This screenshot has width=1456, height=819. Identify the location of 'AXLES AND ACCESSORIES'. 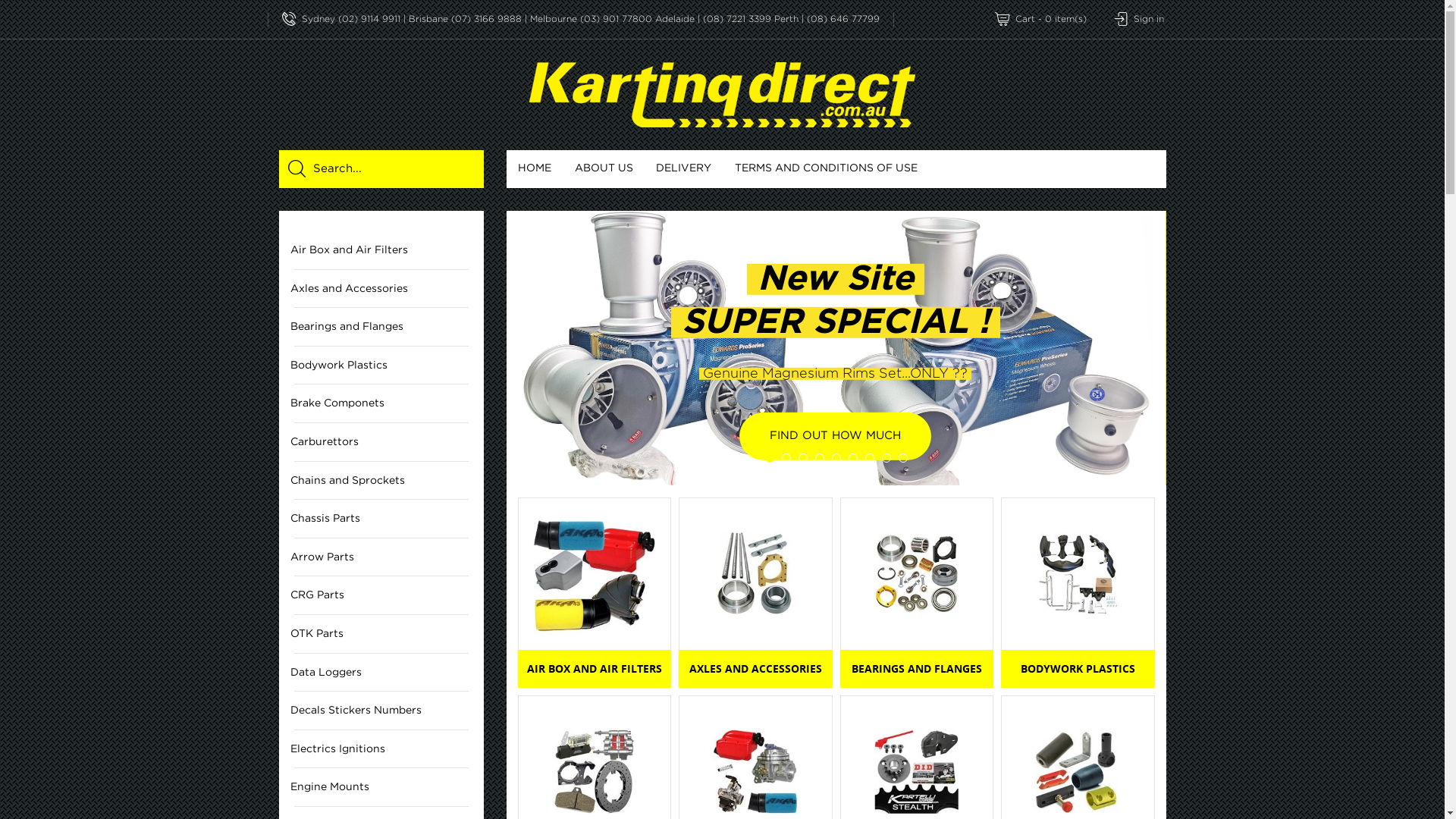
(755, 668).